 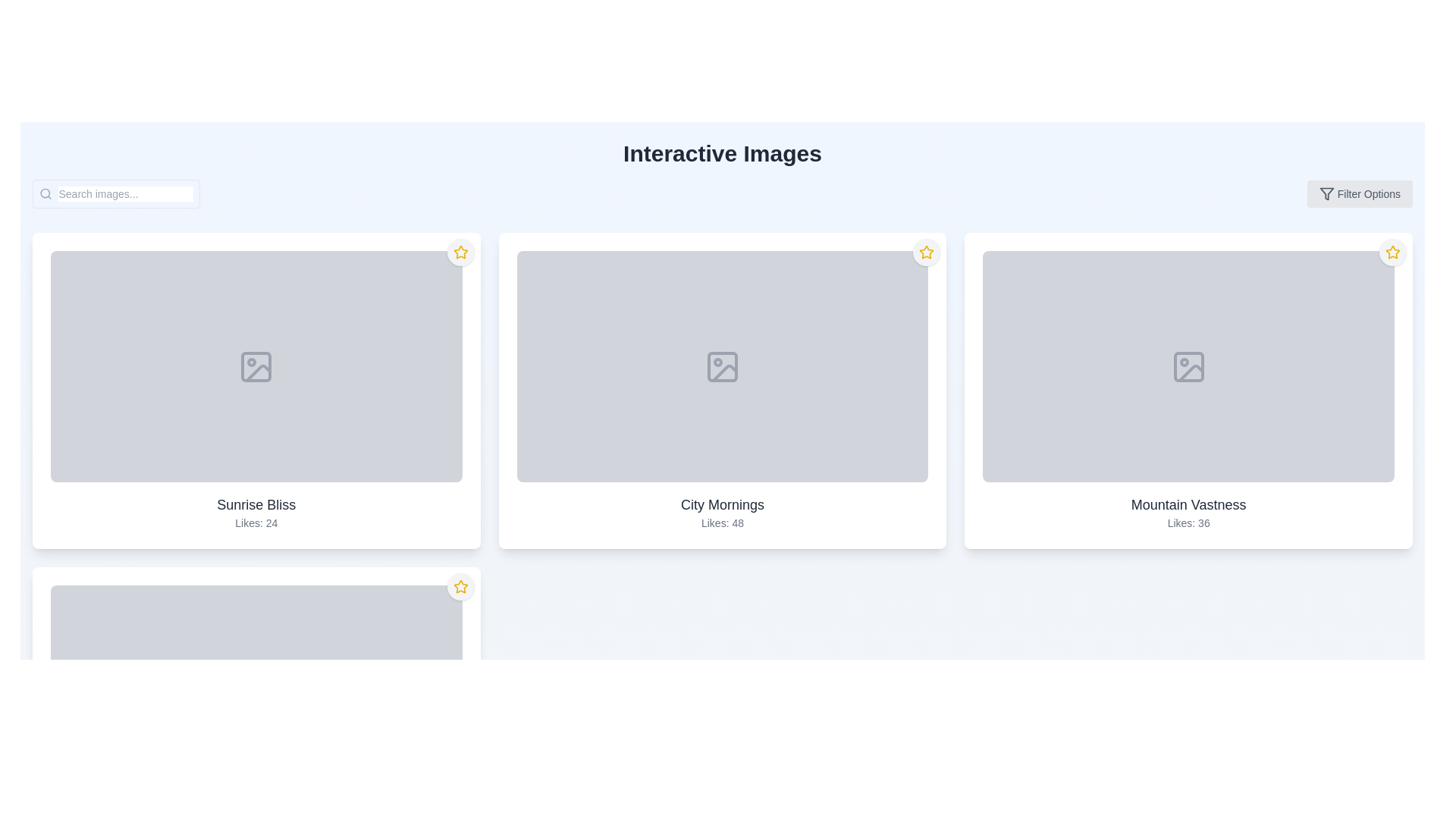 What do you see at coordinates (256, 390) in the screenshot?
I see `the first clickable card in the gallery` at bounding box center [256, 390].